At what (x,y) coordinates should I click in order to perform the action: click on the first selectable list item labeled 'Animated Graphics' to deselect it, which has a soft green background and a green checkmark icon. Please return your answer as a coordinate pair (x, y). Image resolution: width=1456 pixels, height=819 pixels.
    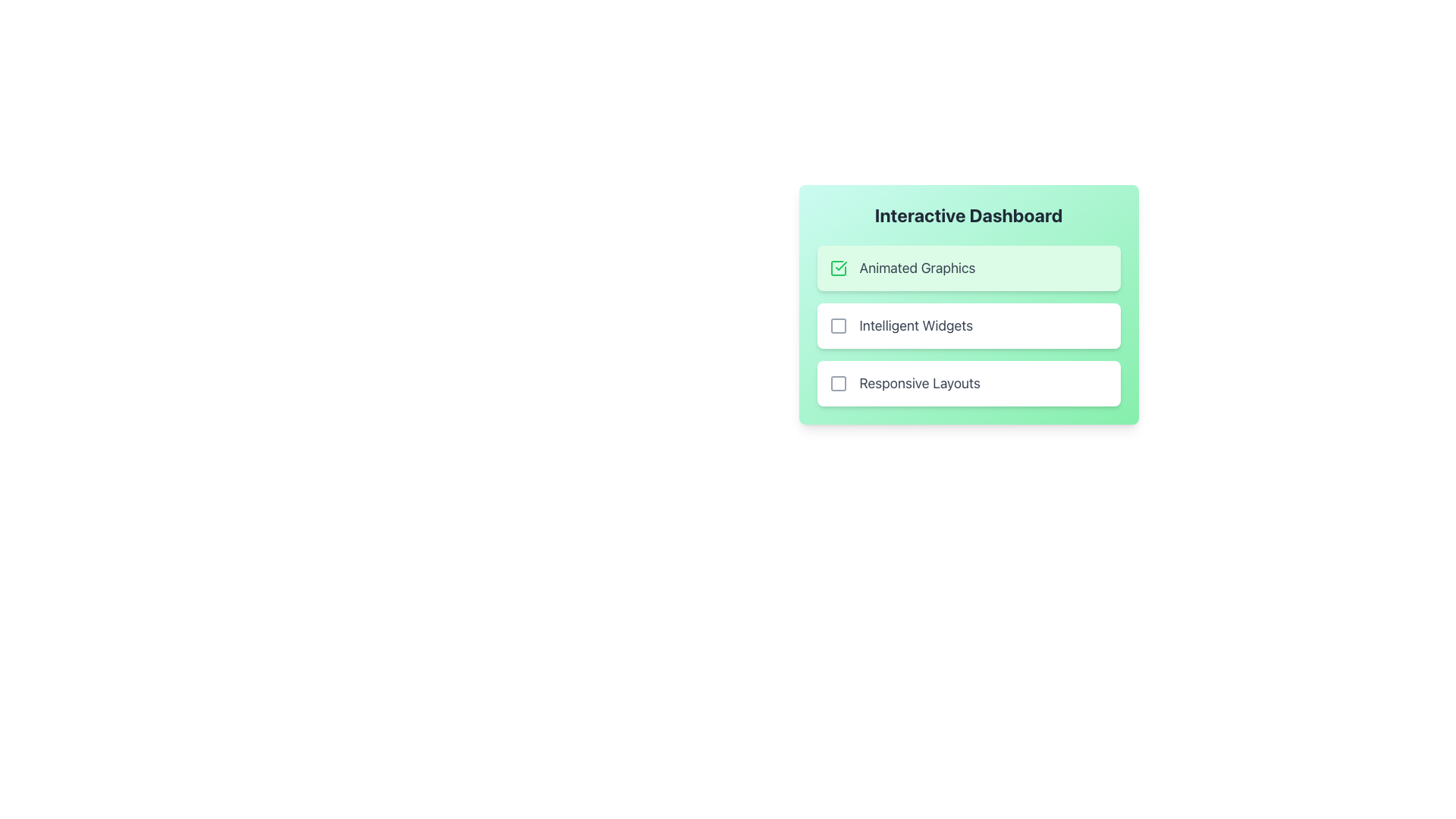
    Looking at the image, I should click on (968, 268).